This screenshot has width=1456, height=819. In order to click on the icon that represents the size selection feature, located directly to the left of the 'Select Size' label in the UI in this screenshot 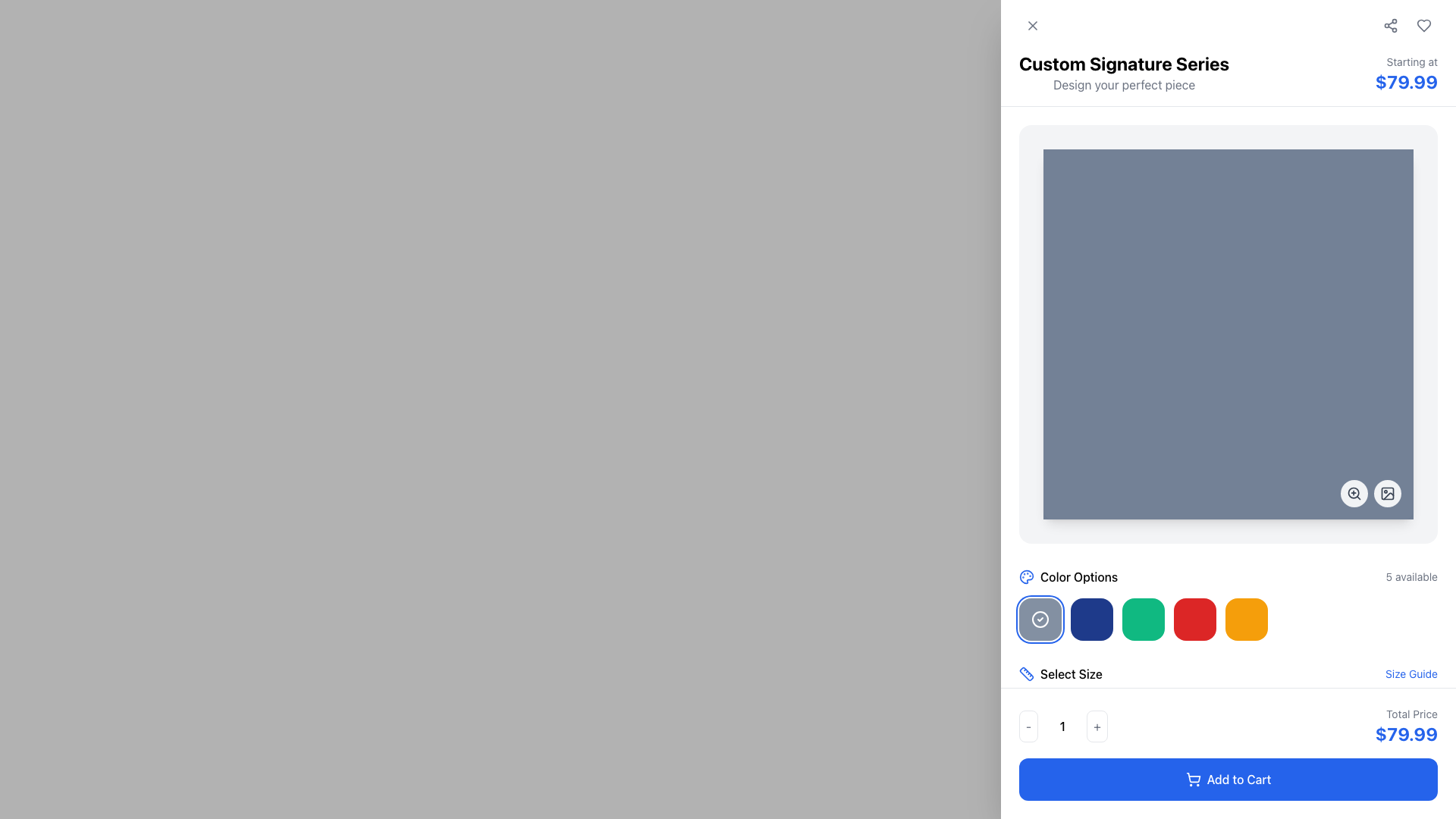, I will do `click(1026, 673)`.